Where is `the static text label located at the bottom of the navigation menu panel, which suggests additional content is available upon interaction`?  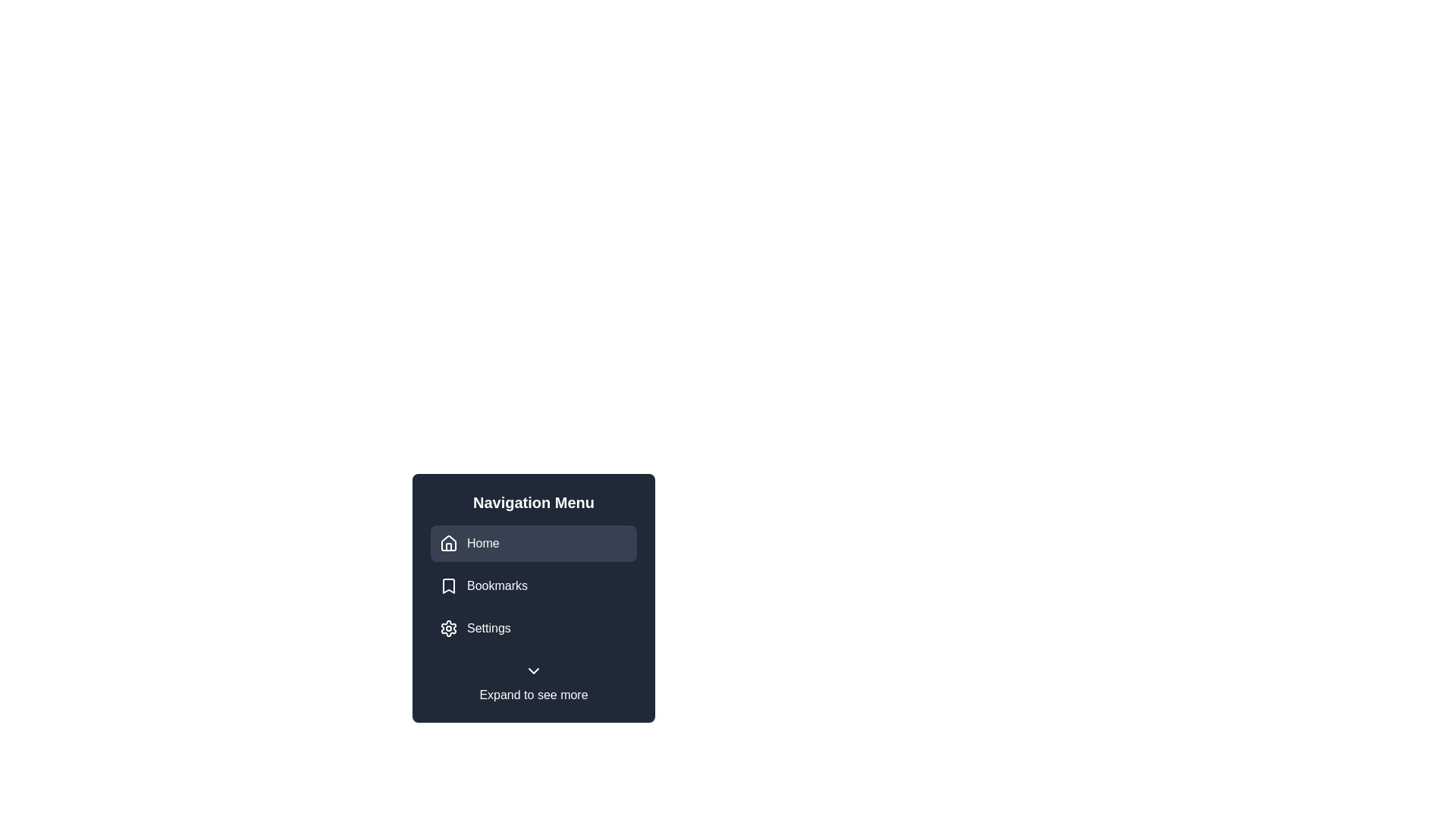 the static text label located at the bottom of the navigation menu panel, which suggests additional content is available upon interaction is located at coordinates (534, 695).